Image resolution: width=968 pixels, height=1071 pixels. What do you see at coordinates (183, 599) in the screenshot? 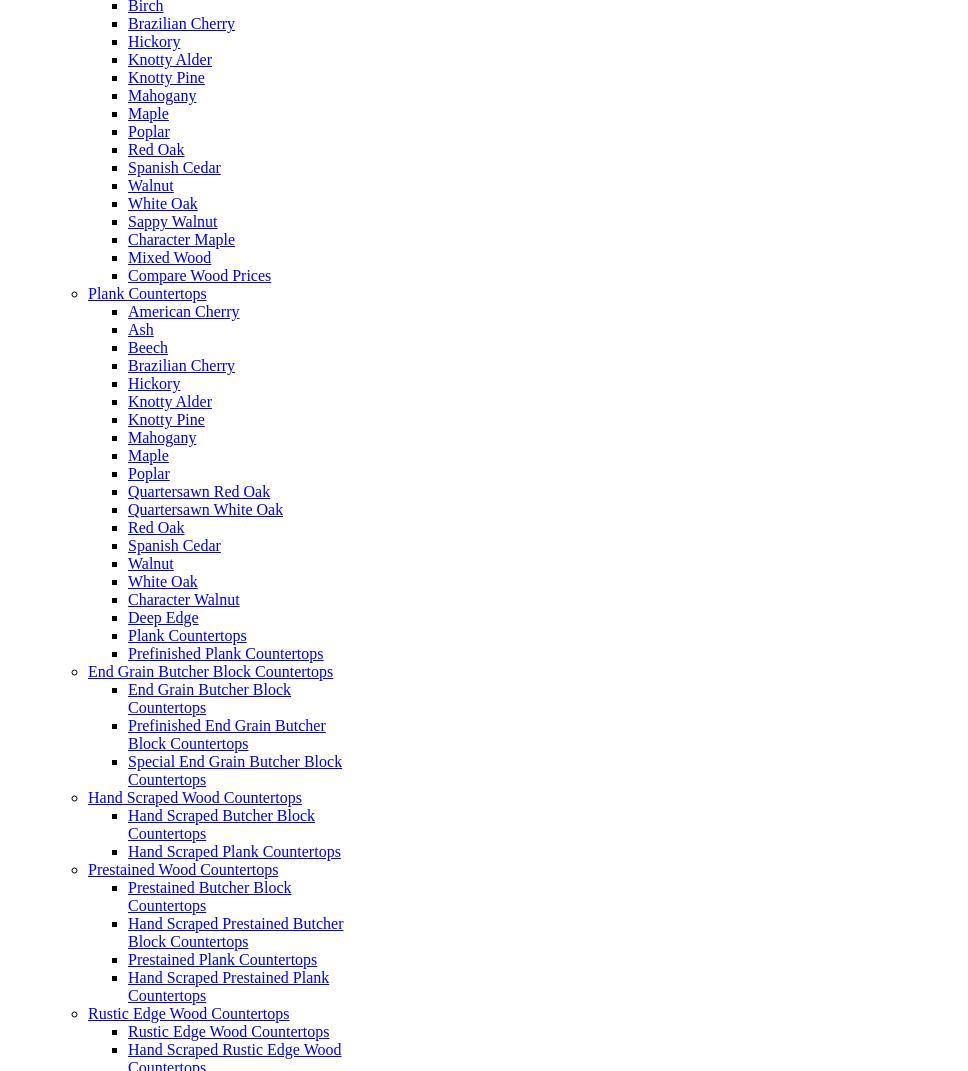
I see `'Character Walnut'` at bounding box center [183, 599].